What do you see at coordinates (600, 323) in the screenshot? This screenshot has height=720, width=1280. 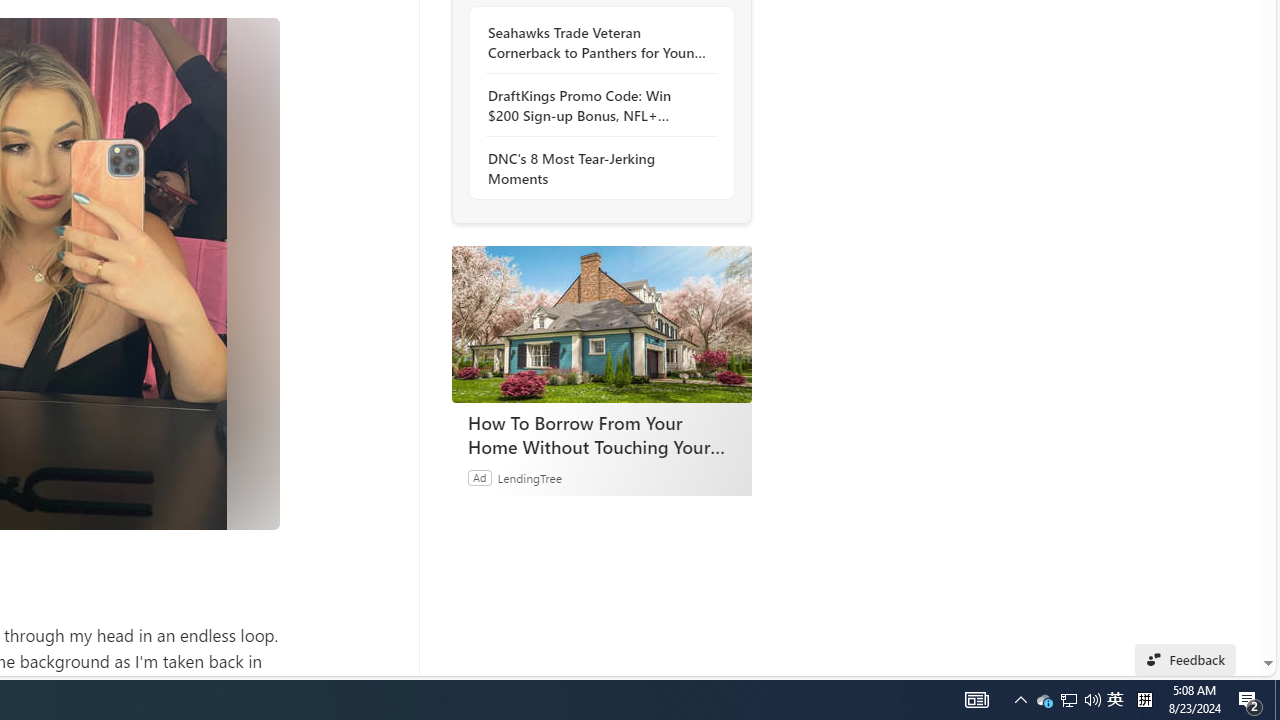 I see `'How To Borrow From Your Home Without Touching Your Mortgage'` at bounding box center [600, 323].